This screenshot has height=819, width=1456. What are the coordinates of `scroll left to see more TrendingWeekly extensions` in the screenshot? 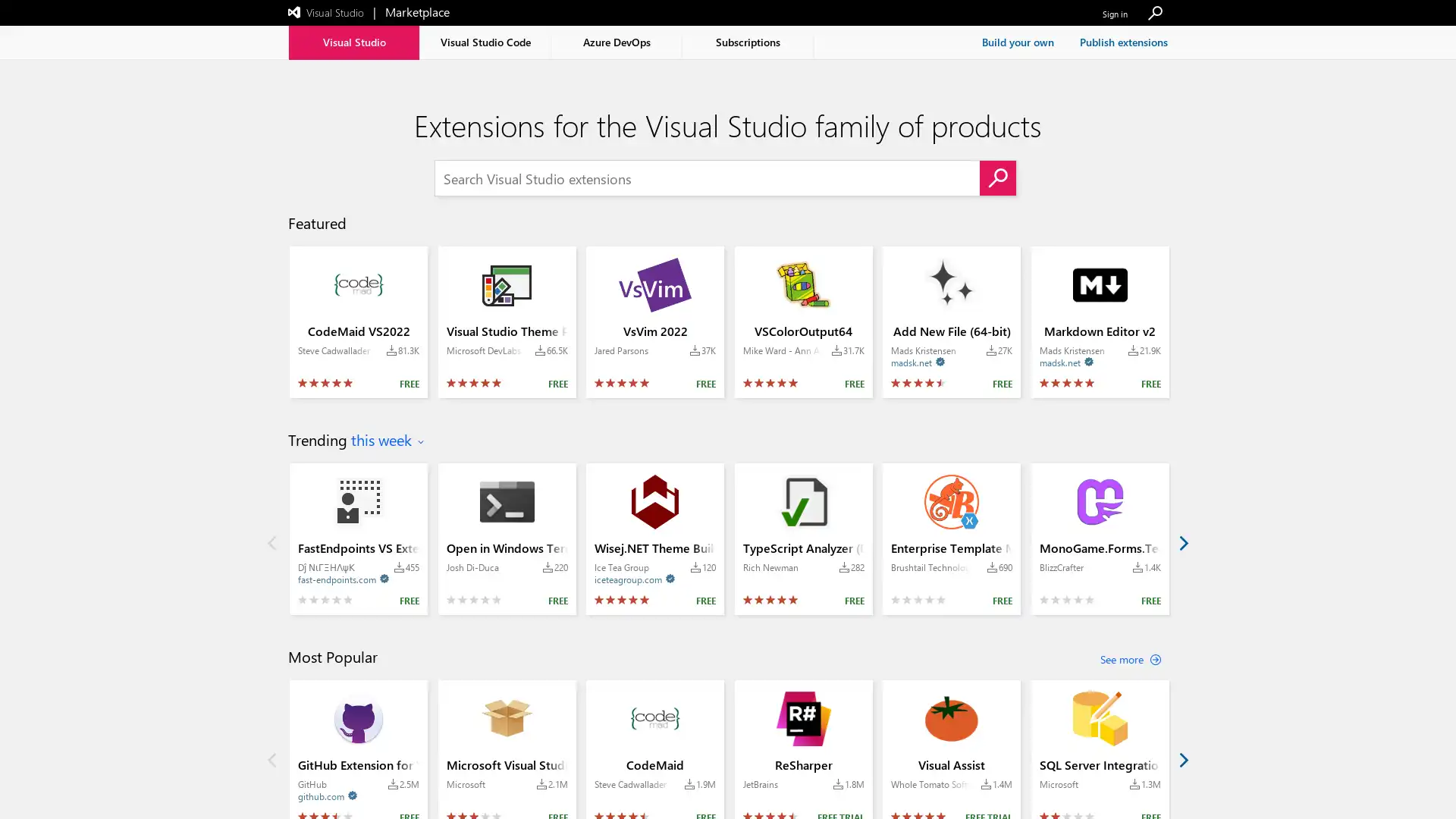 It's located at (272, 541).